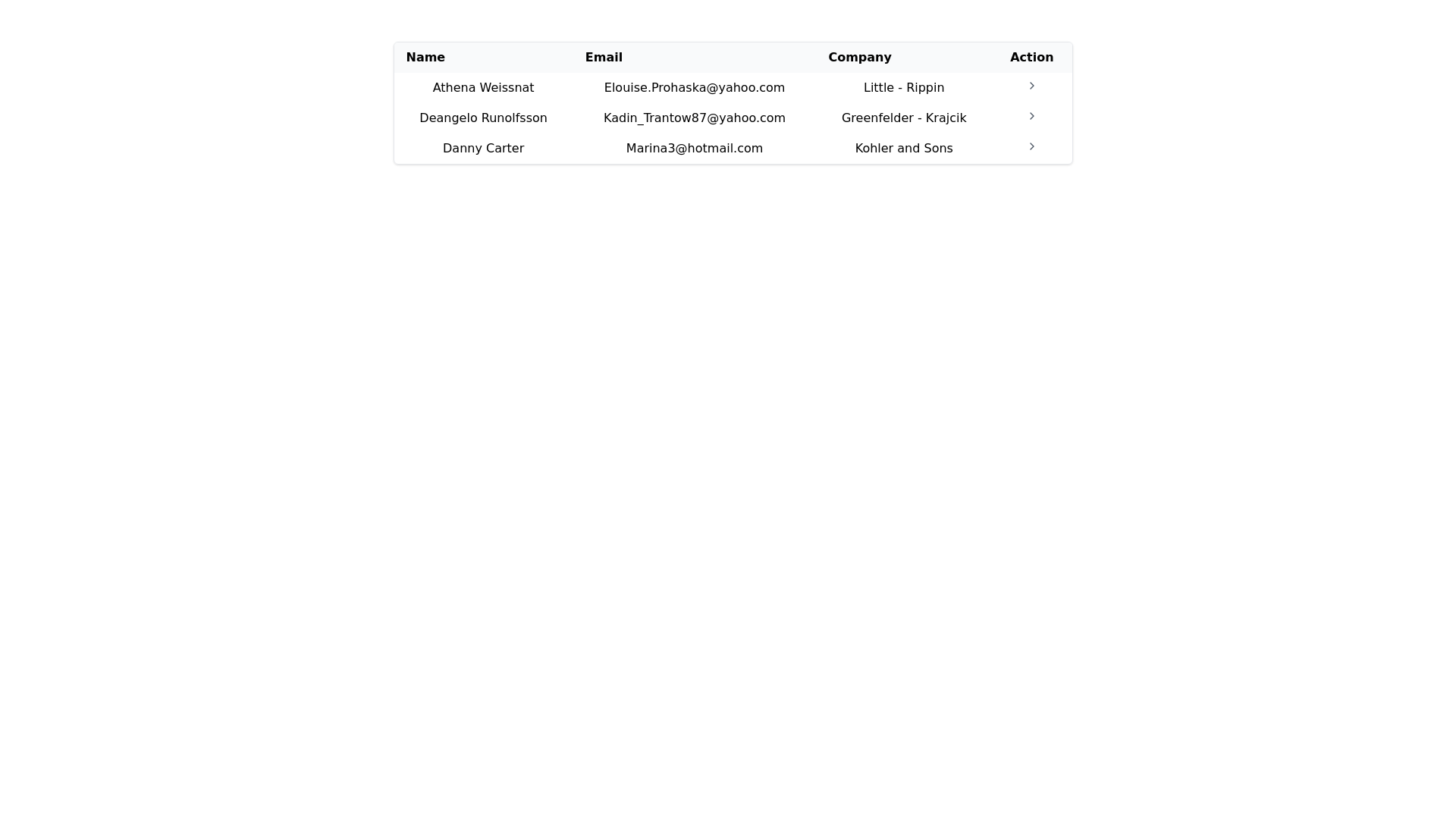 This screenshot has height=819, width=1456. I want to click on the Text Label displaying 'Deangelo Runolfsson', which is located in the first column of the second row of a structured table layout, so click(482, 117).